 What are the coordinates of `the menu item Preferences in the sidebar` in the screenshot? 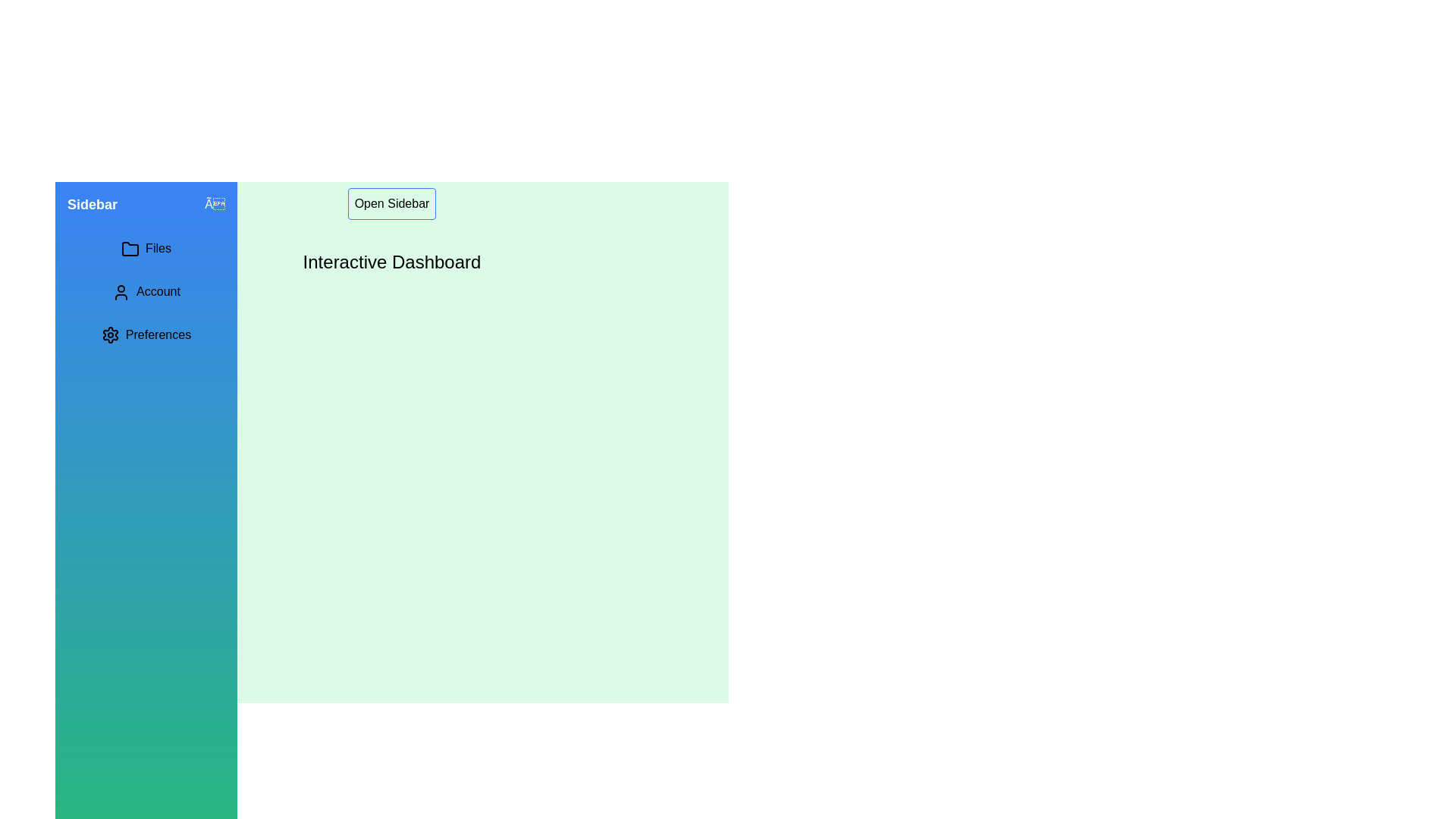 It's located at (146, 334).